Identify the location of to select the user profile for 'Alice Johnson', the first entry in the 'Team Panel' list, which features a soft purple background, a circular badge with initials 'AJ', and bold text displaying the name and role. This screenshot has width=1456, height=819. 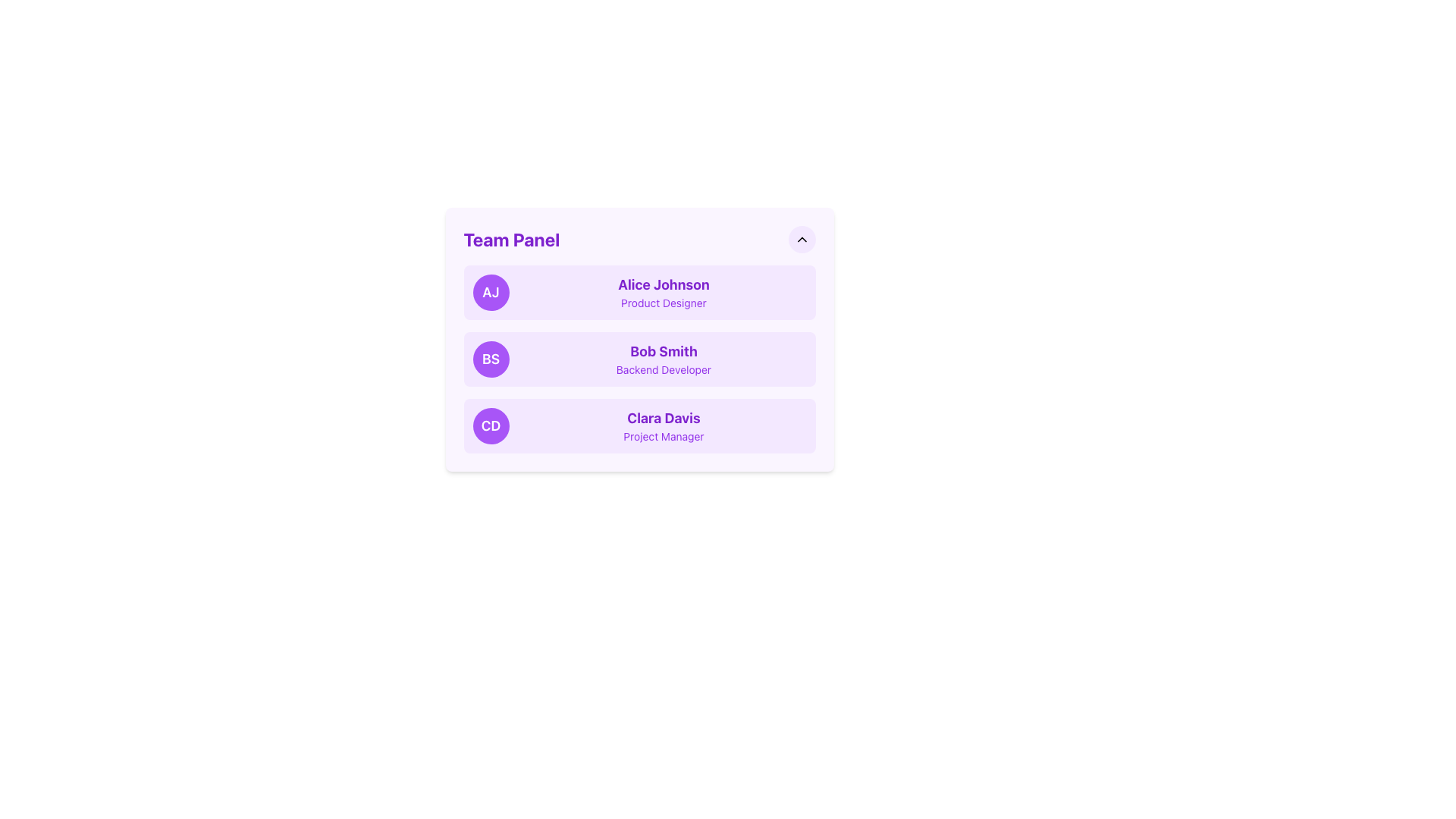
(639, 292).